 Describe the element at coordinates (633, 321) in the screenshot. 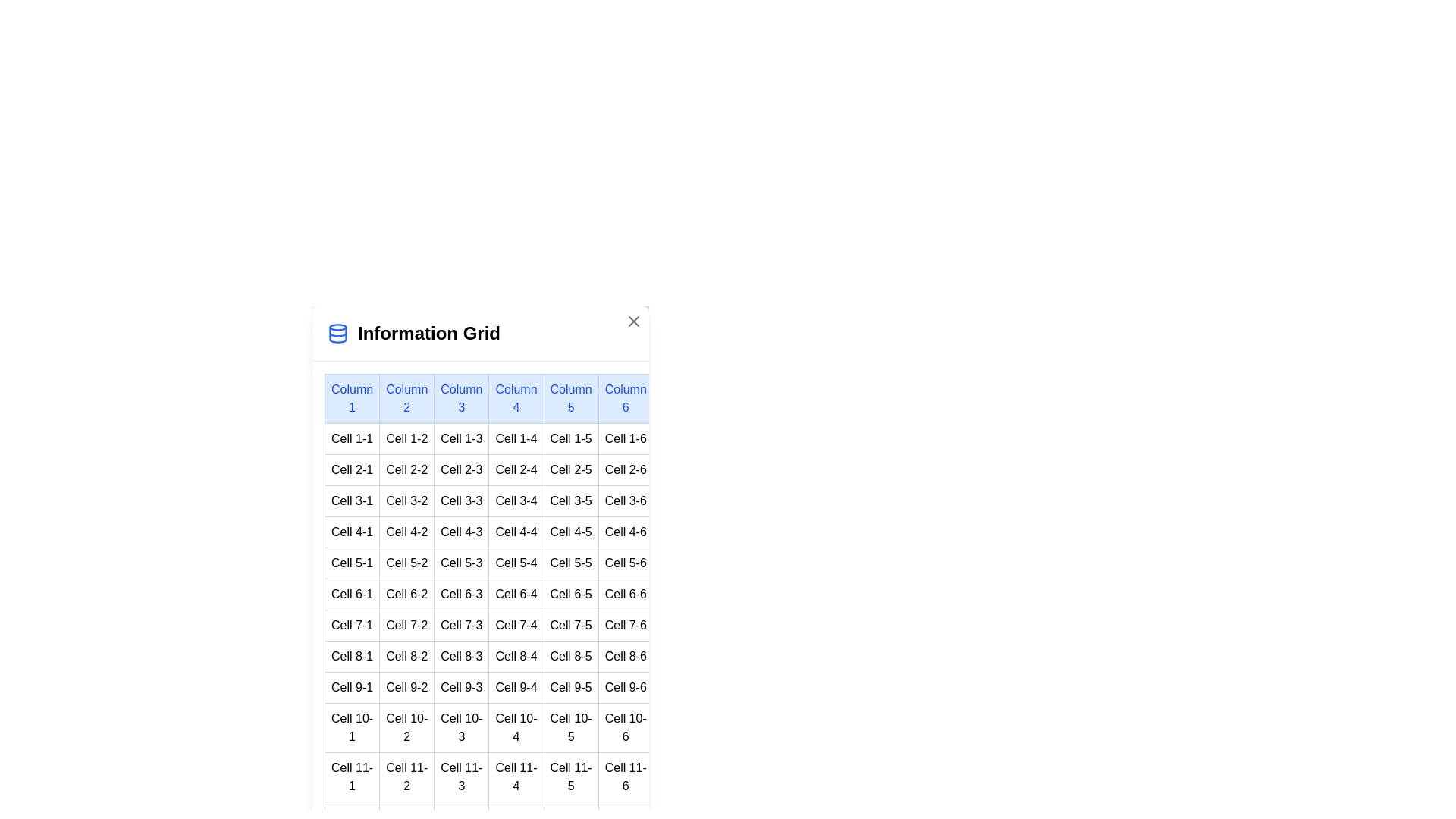

I see `the close button to dismiss the dialog` at that location.